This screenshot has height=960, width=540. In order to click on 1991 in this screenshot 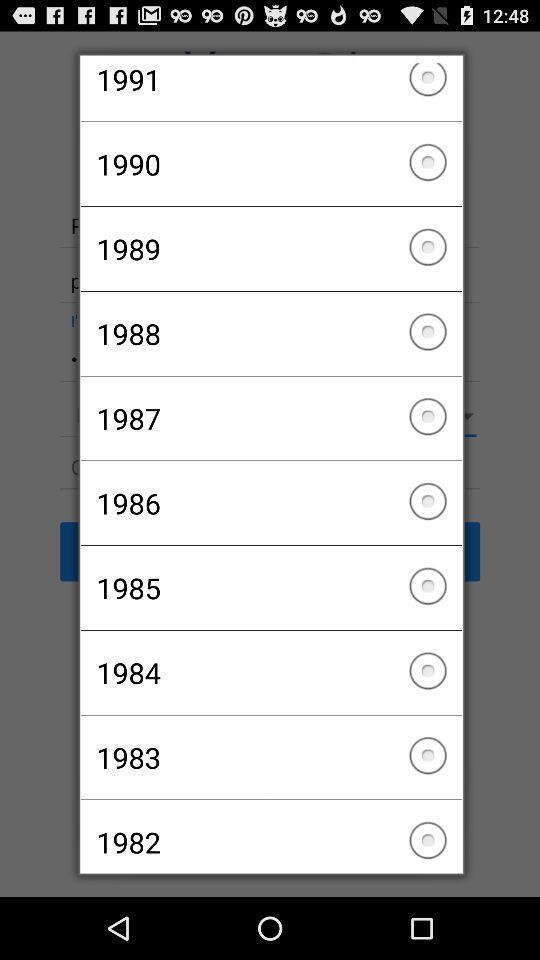, I will do `click(270, 92)`.